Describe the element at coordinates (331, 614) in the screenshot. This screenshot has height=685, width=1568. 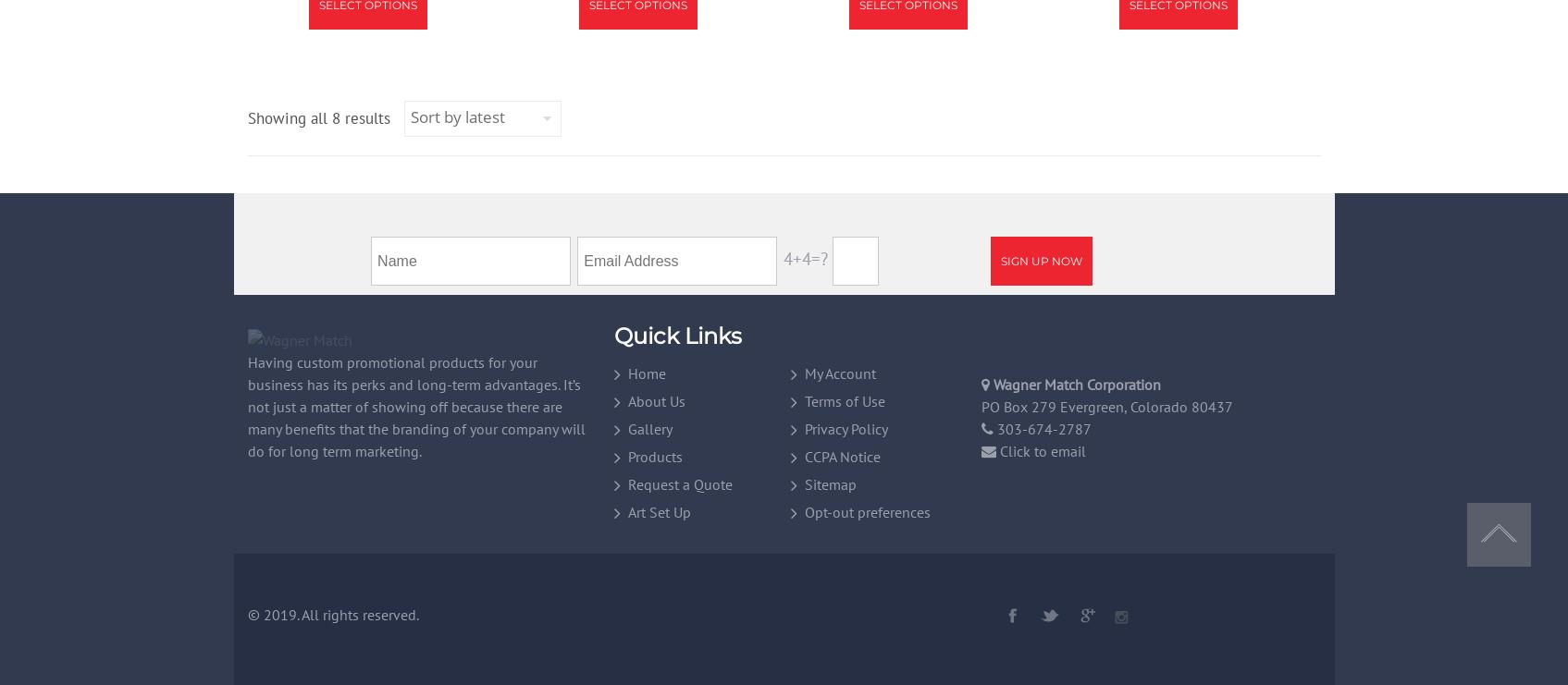
I see `'© 2019. All rights reserved.'` at that location.